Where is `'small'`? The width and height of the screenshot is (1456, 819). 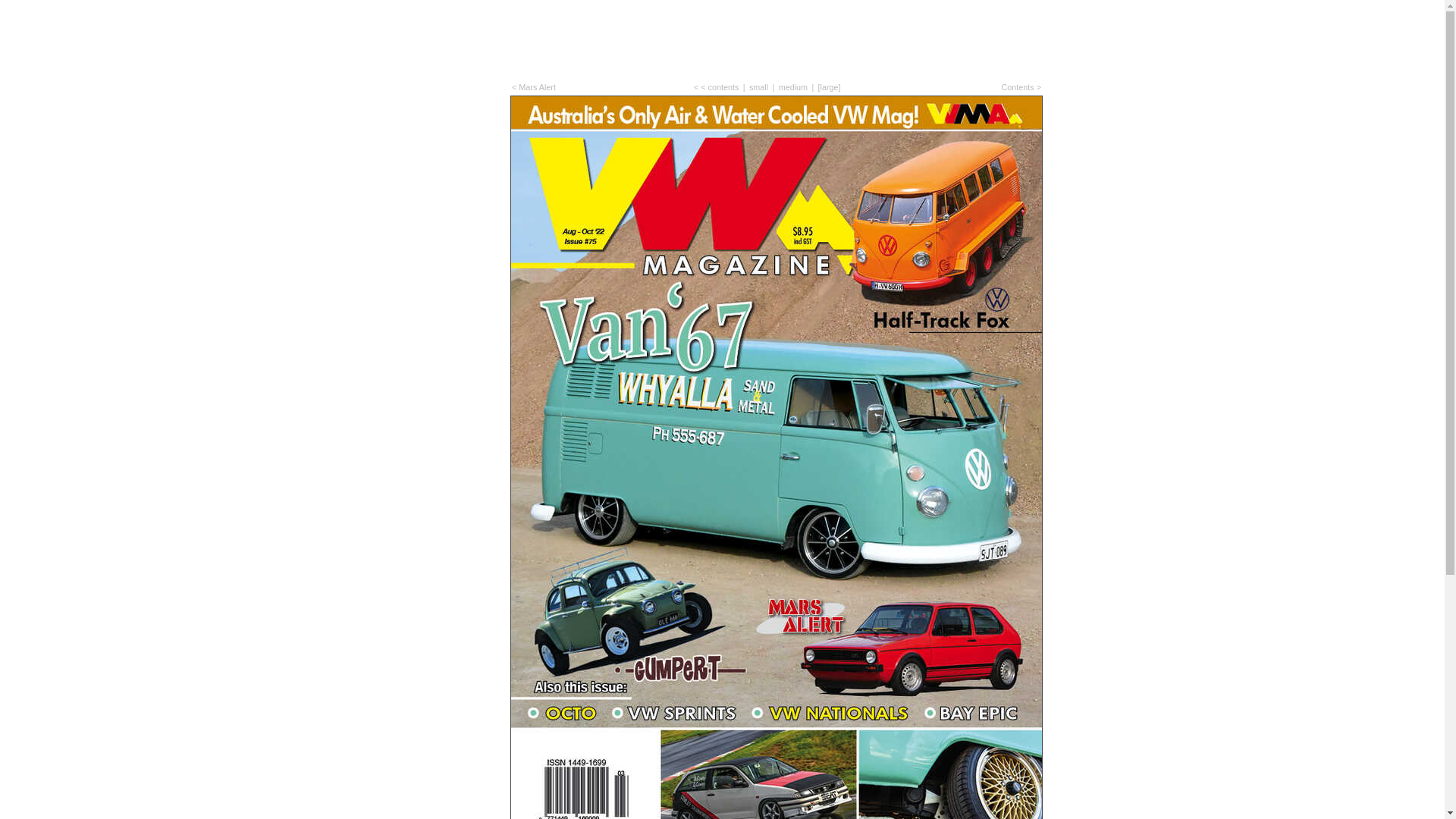 'small' is located at coordinates (758, 87).